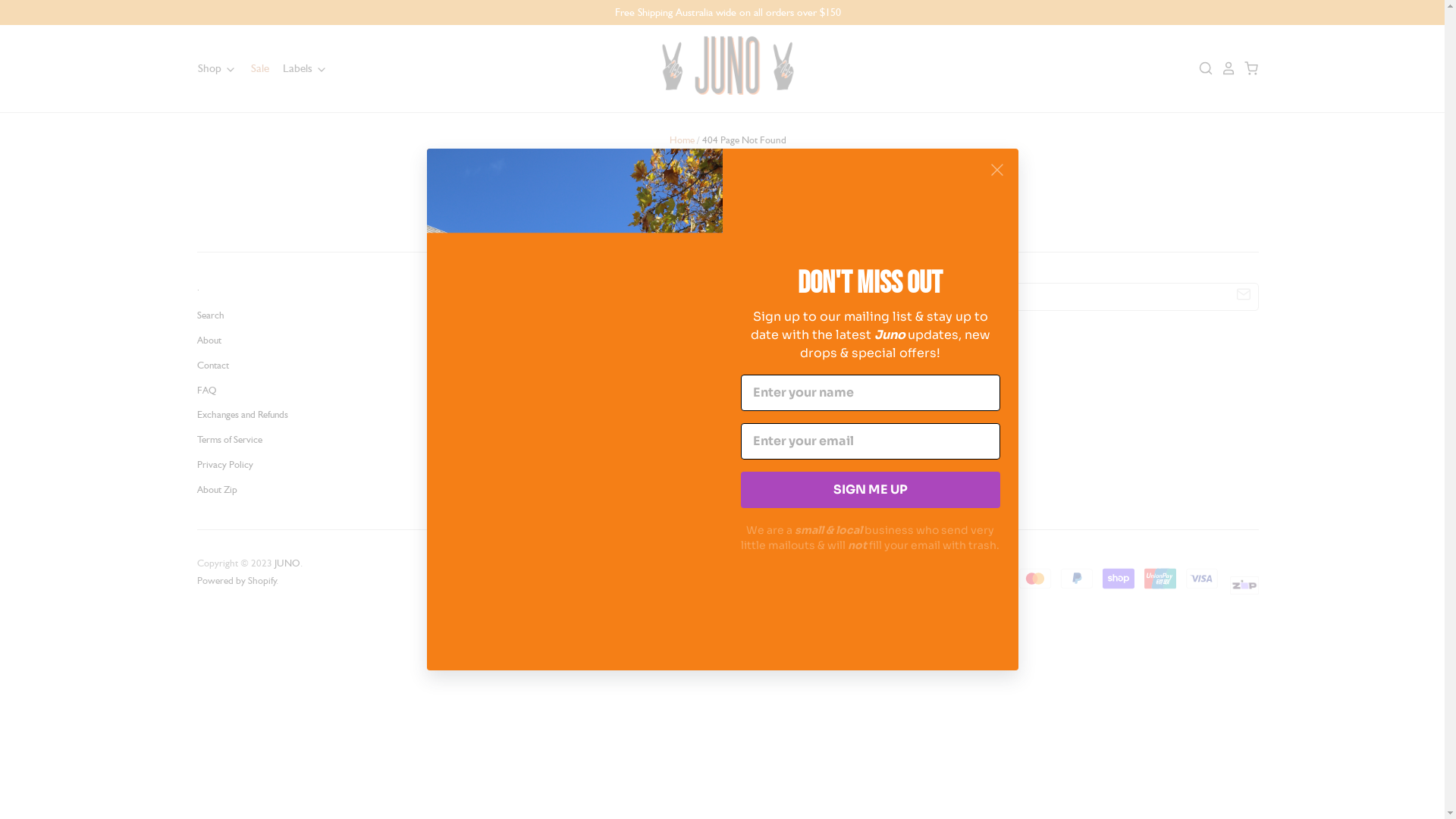 The height and width of the screenshot is (819, 1456). Describe the element at coordinates (228, 439) in the screenshot. I see `'Terms of Service'` at that location.